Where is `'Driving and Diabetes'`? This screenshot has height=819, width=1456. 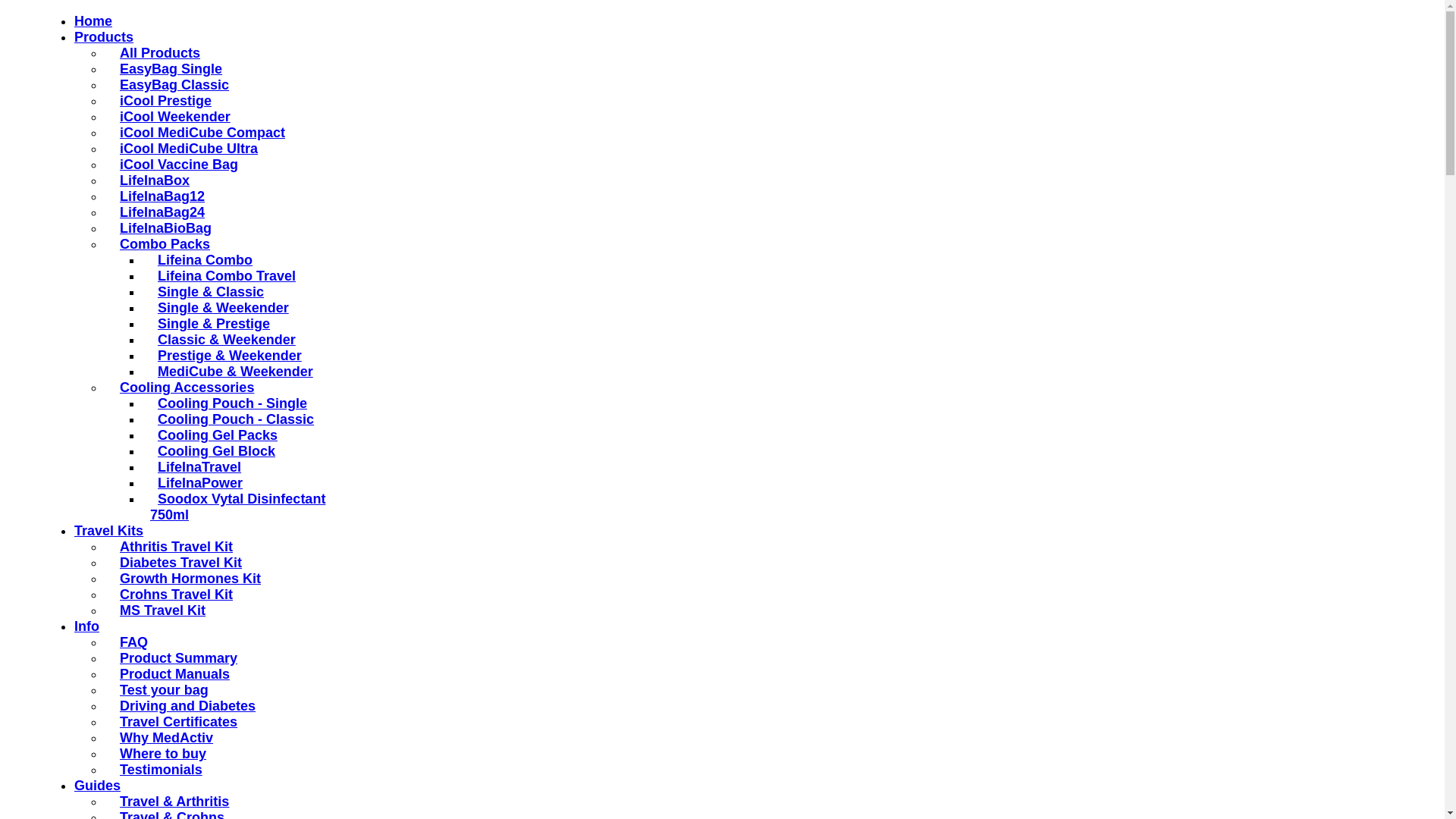
'Driving and Diabetes' is located at coordinates (183, 705).